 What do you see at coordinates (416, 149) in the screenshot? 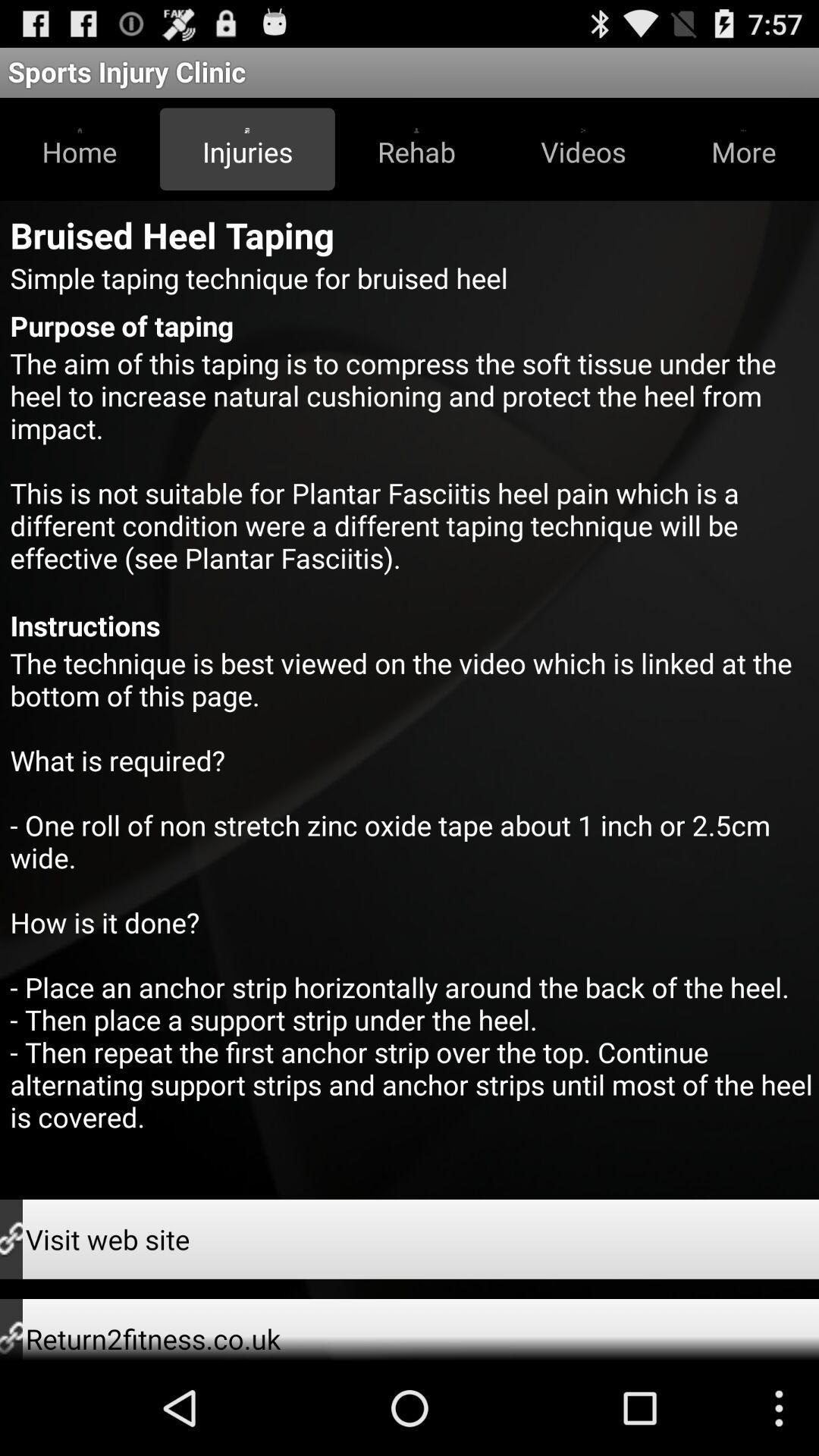
I see `button next to the injuries` at bounding box center [416, 149].